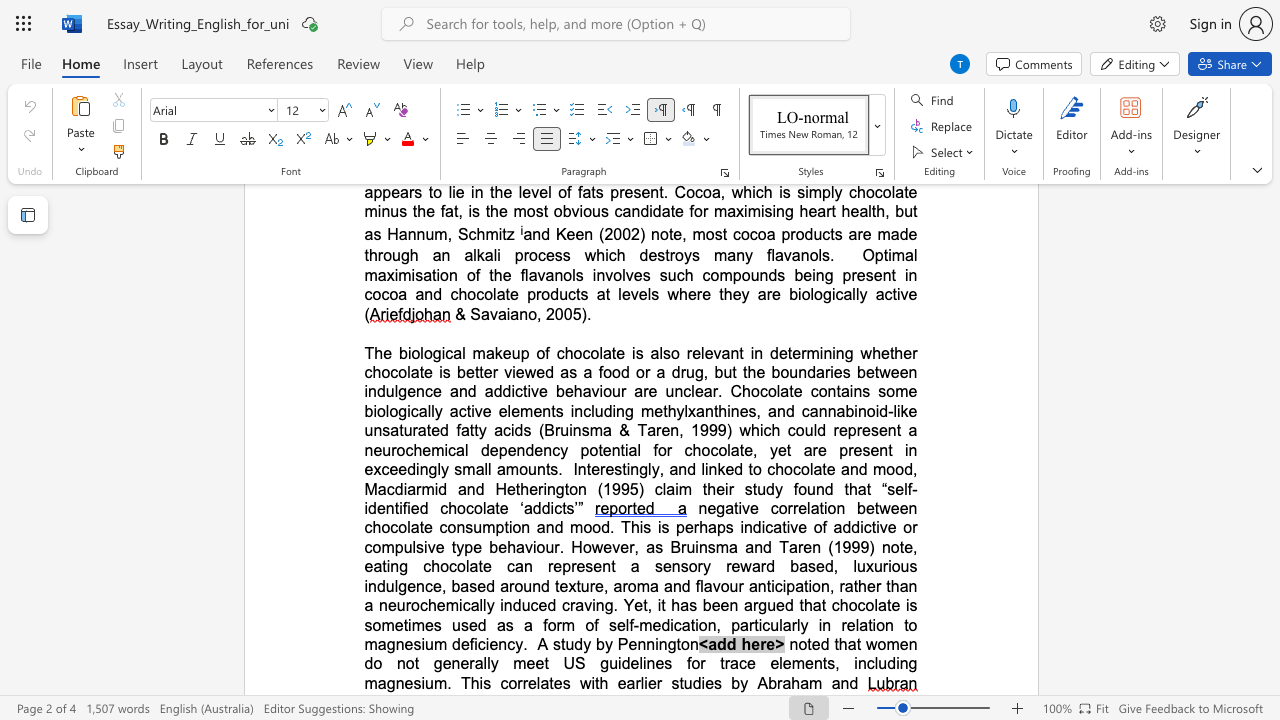 Image resolution: width=1280 pixels, height=720 pixels. What do you see at coordinates (654, 211) in the screenshot?
I see `the space between the continuous character "i" and "d" in the text` at bounding box center [654, 211].